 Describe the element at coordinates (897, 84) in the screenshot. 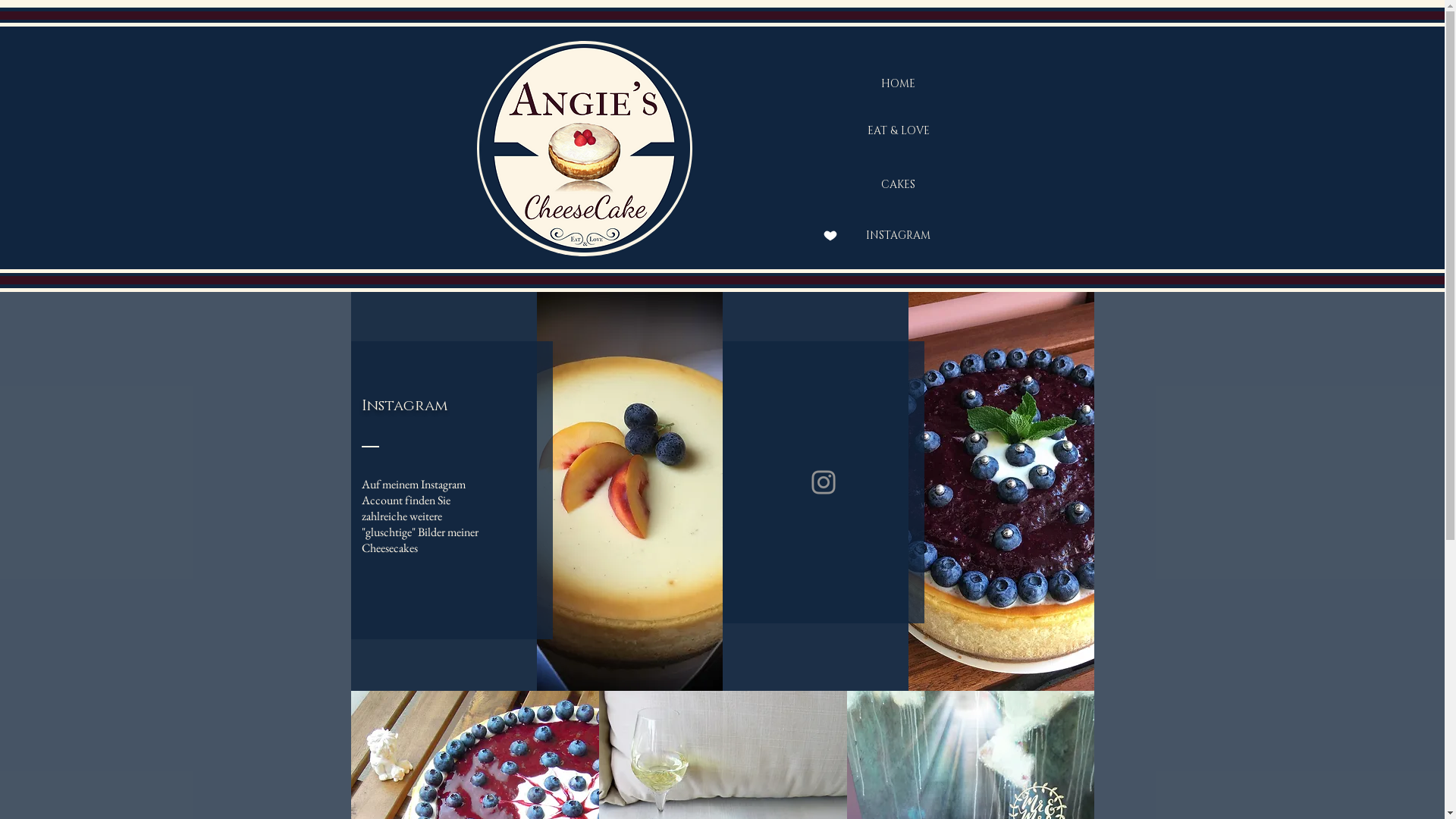

I see `'HOME'` at that location.